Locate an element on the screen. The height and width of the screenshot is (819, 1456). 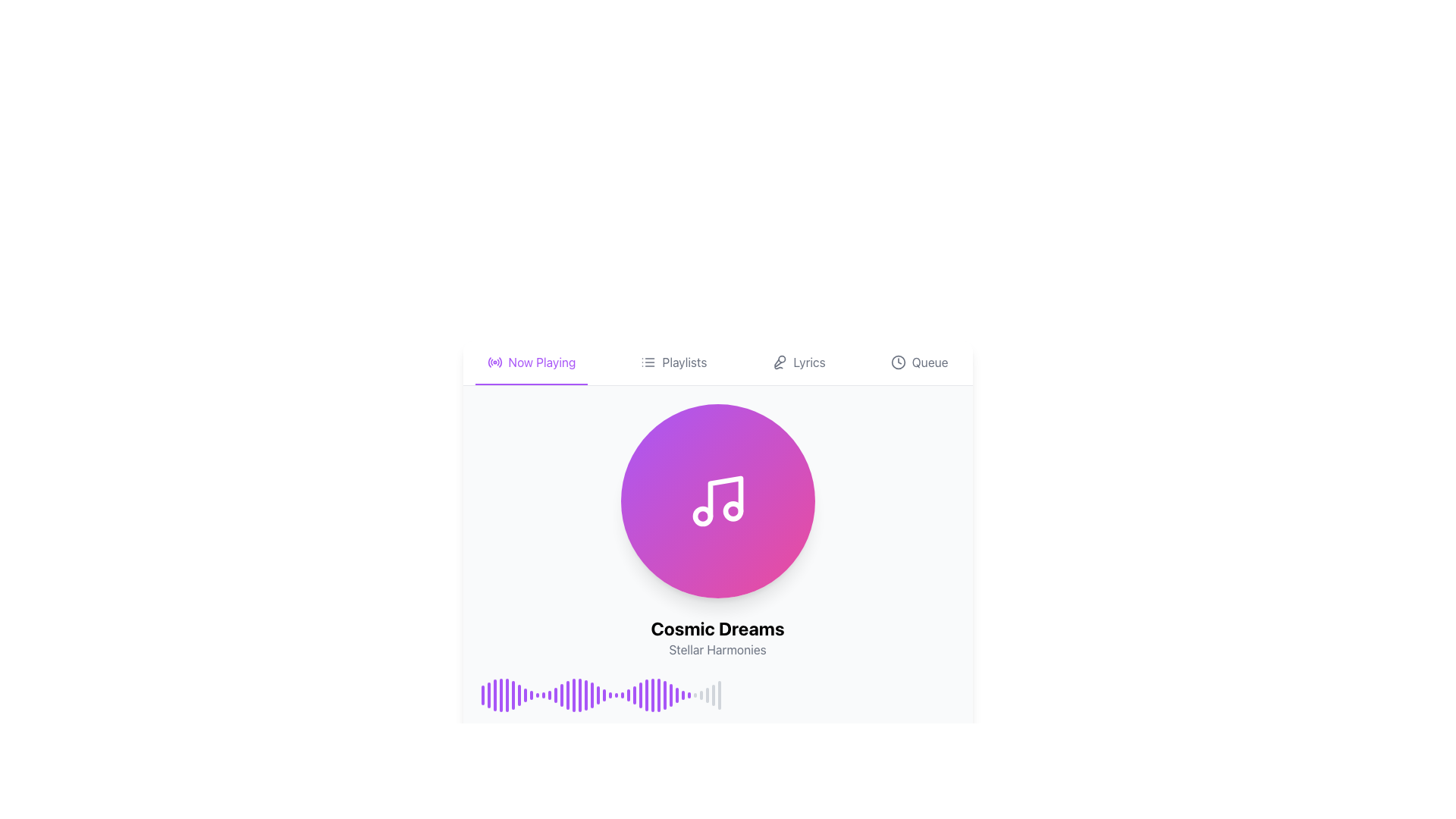
the 13th vertical waveform bar, which is a vibrant purple decorative component in a sequence of 35 bars, positioned beneath the text description of the current song is located at coordinates (554, 695).